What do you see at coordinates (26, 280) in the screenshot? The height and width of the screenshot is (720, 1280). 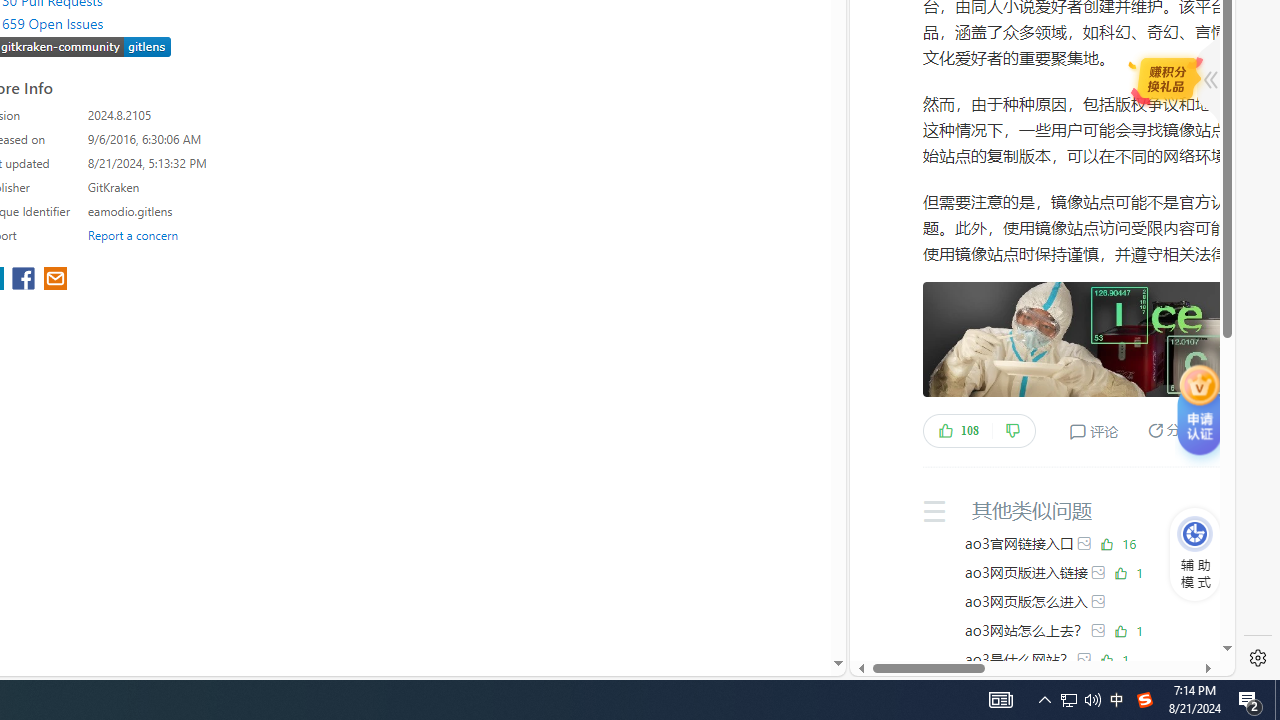 I see `'share extension on facebook'` at bounding box center [26, 280].